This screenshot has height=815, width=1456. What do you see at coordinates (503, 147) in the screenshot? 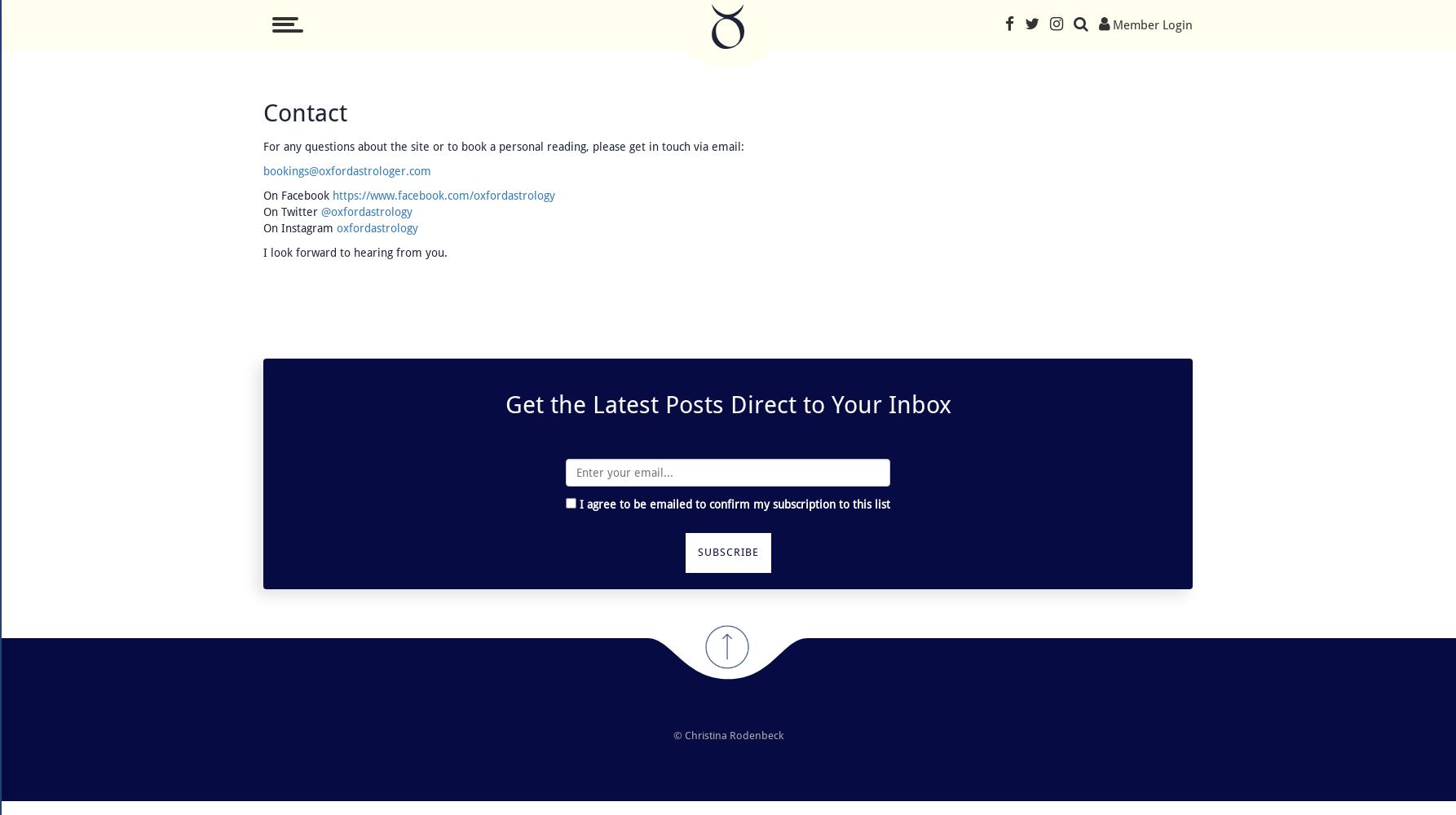
I see `'For any questions about the site or to book a personal reading, please get in touch via email:'` at bounding box center [503, 147].